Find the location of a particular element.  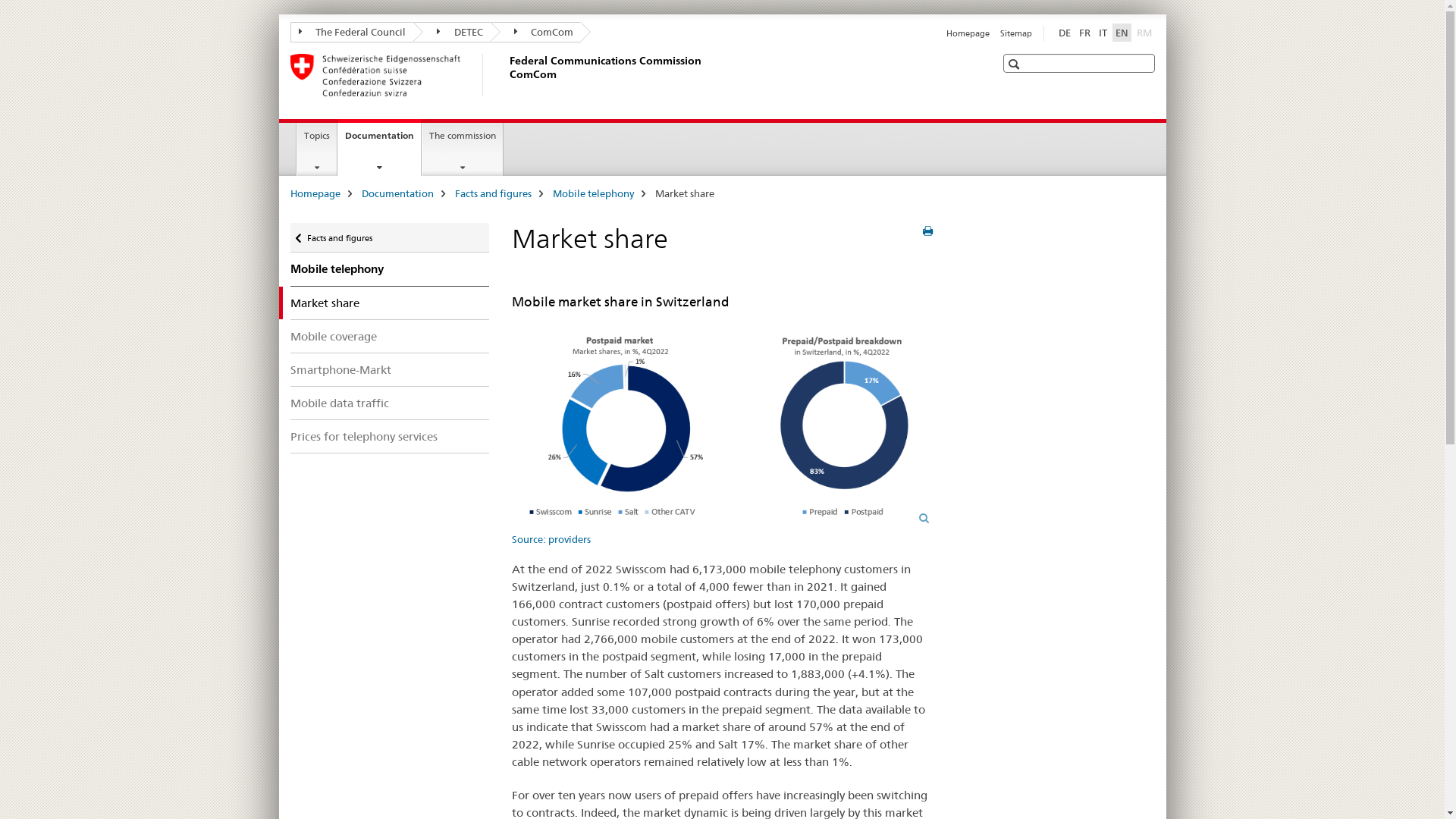

'IT' is located at coordinates (1095, 32).